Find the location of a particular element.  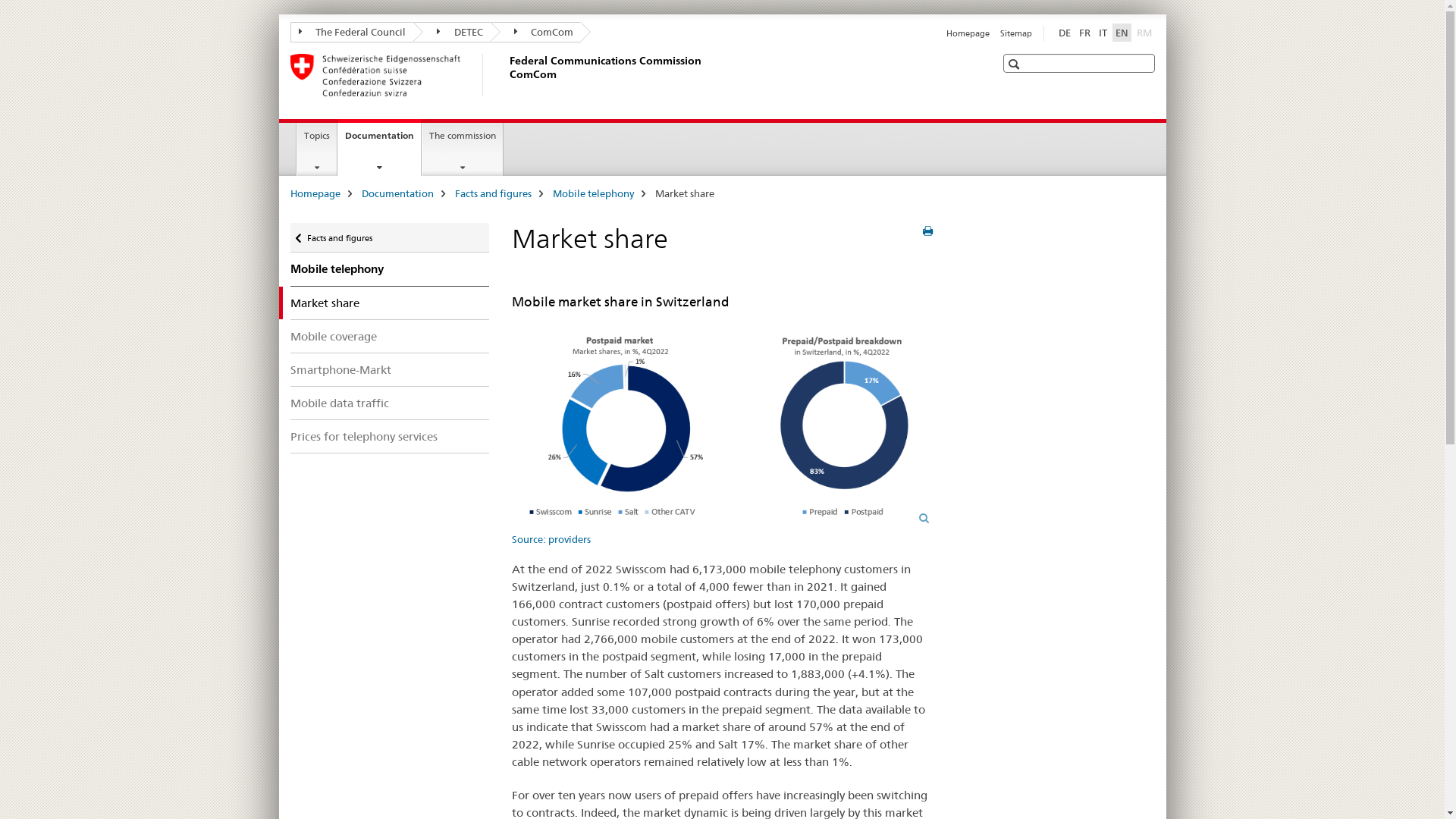

'IT' is located at coordinates (1095, 32).